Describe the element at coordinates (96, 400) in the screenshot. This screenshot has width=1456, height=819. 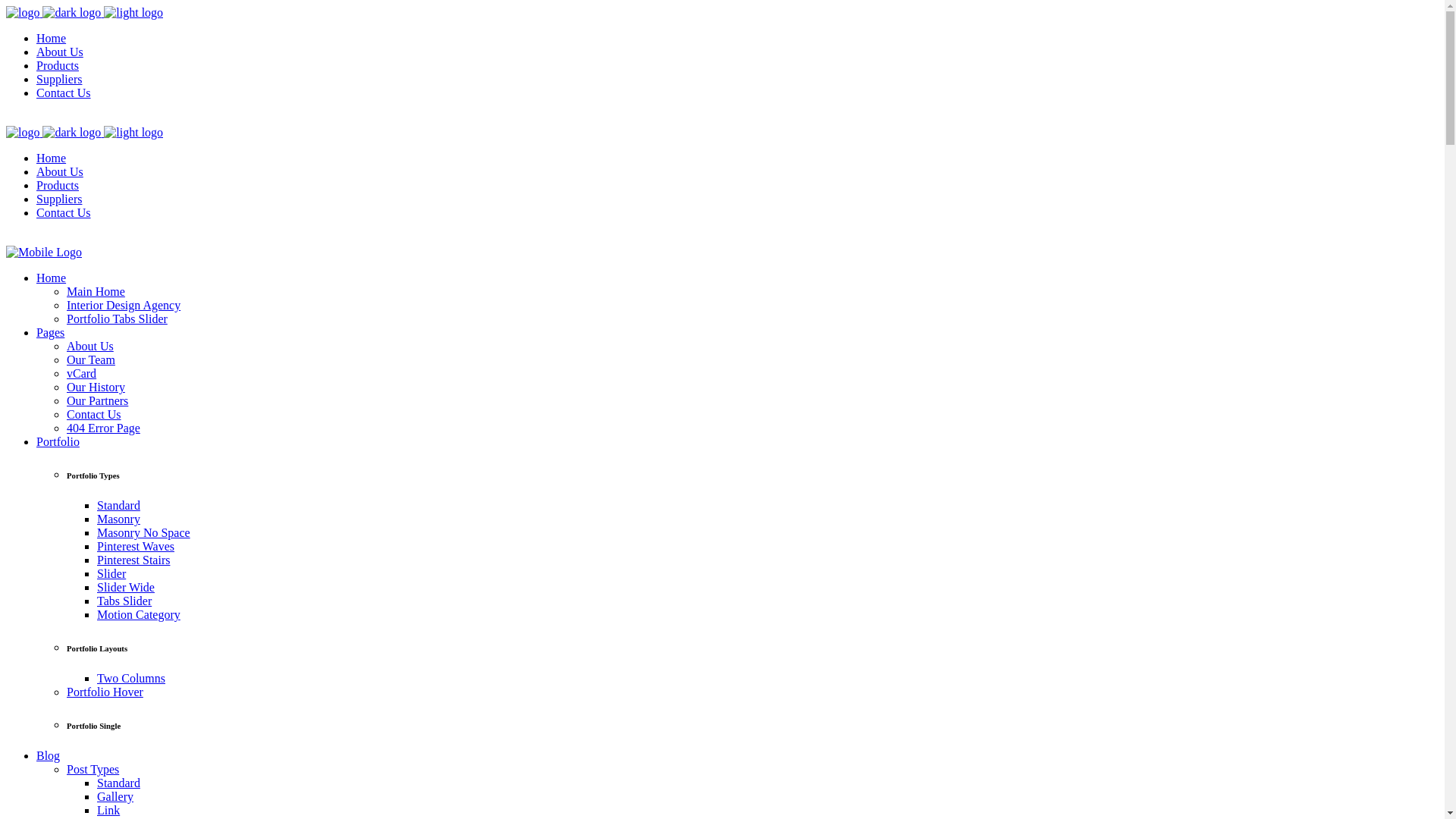
I see `'Our Partners'` at that location.